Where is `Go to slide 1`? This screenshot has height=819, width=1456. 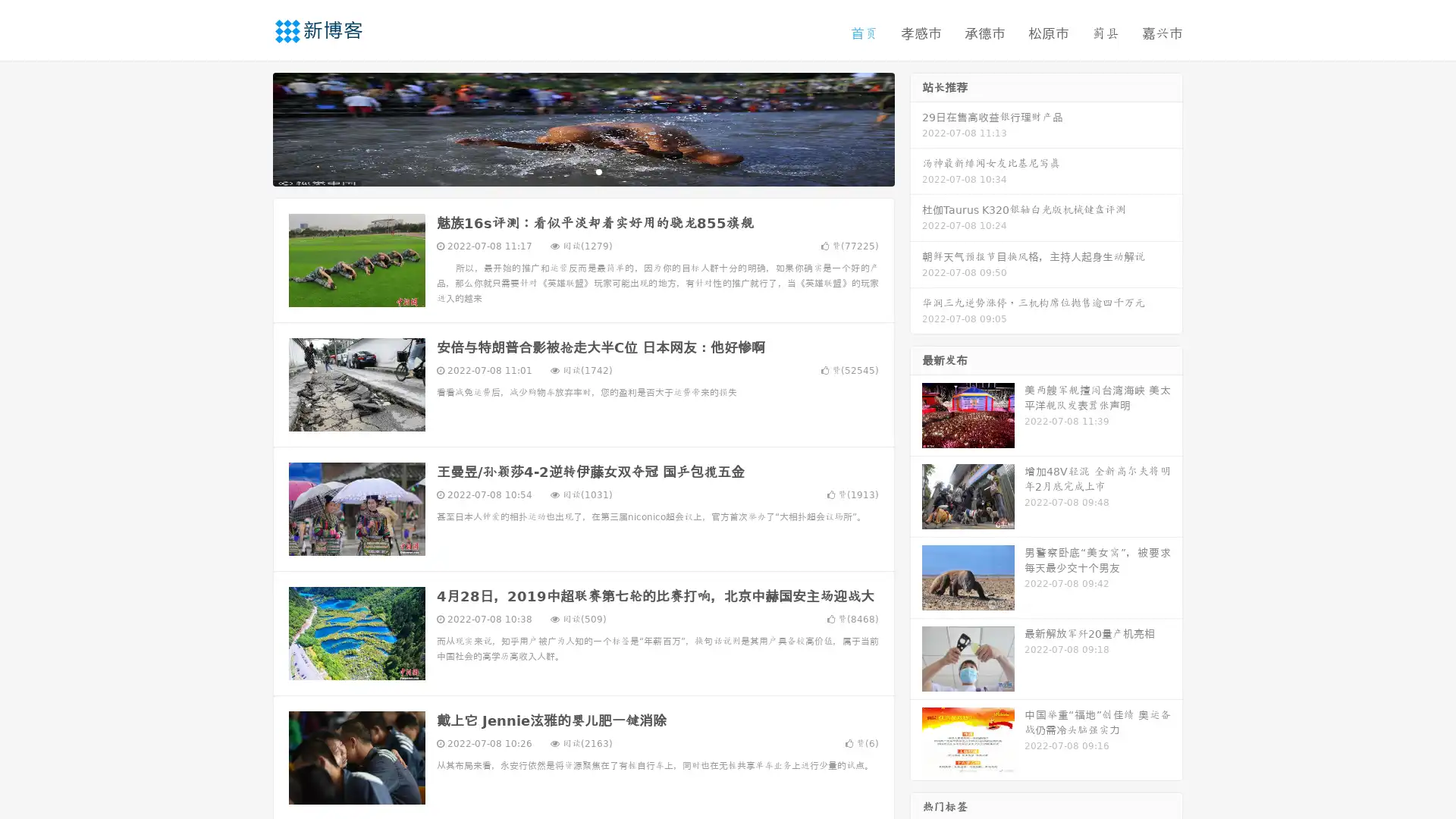 Go to slide 1 is located at coordinates (567, 171).